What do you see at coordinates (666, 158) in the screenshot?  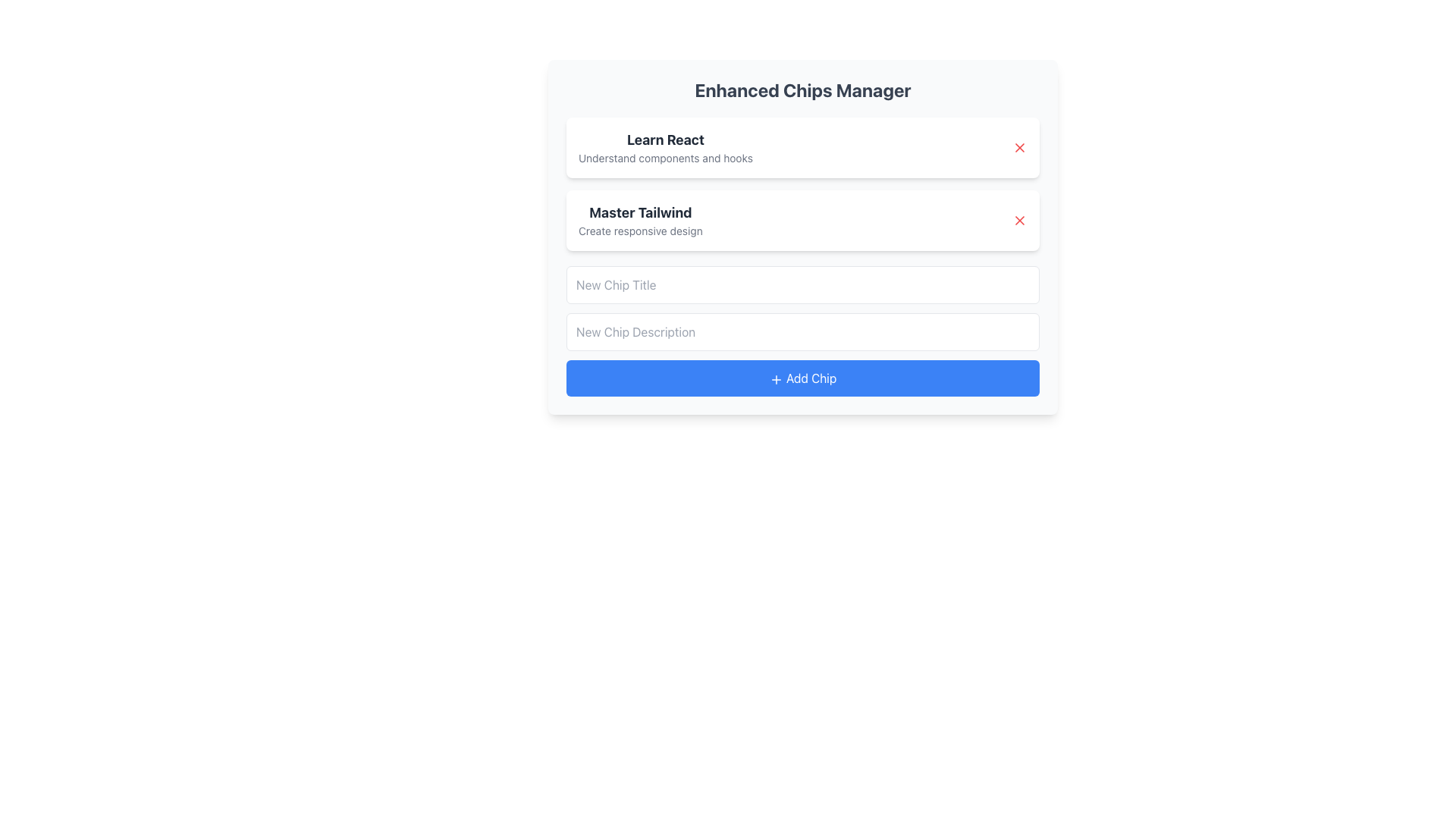 I see `the descriptive text element located beneath the title 'Learn React' in the first card of the application interface` at bounding box center [666, 158].